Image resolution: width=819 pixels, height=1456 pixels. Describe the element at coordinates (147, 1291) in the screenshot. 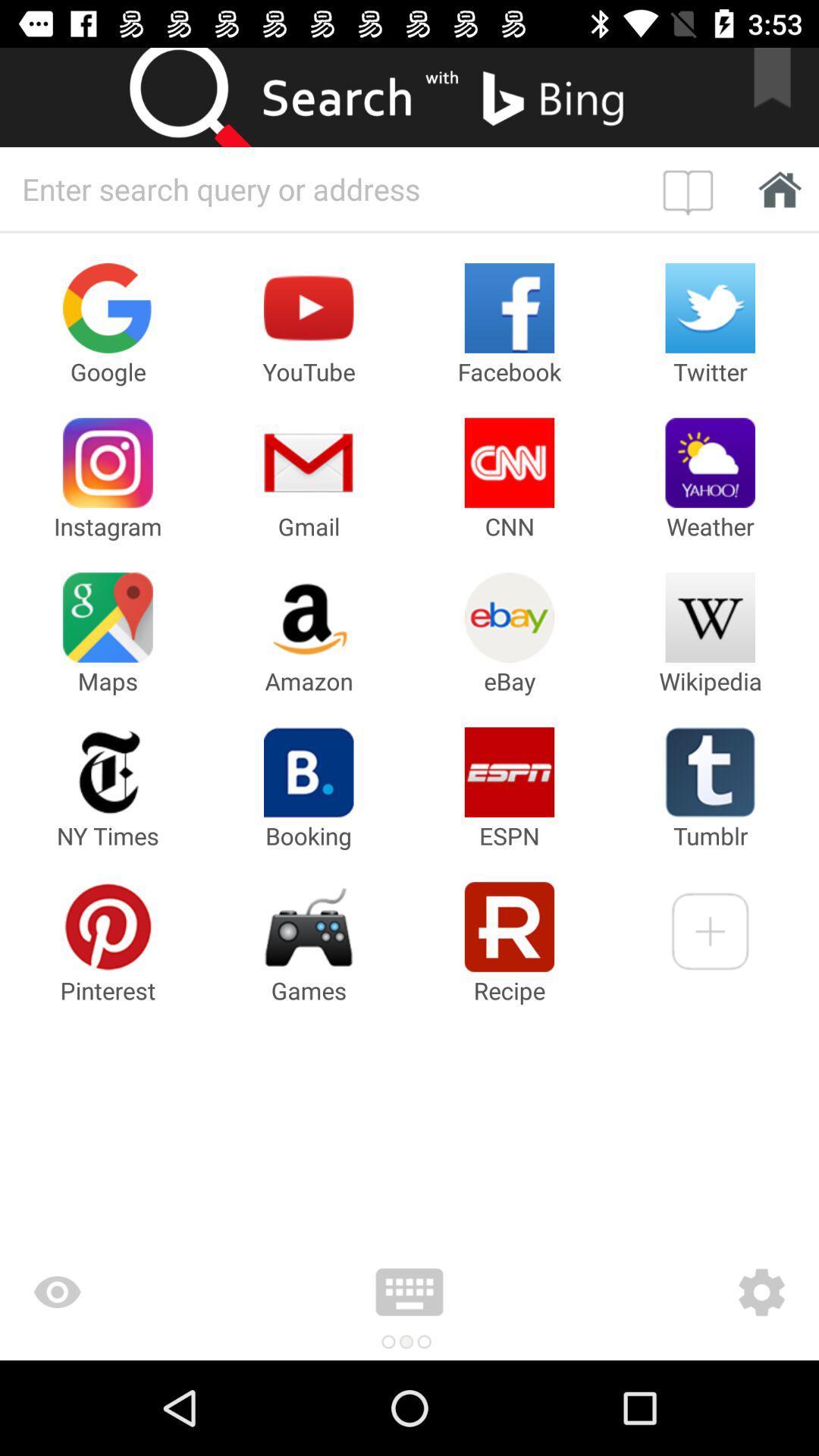

I see `icon below the pinterest item` at that location.